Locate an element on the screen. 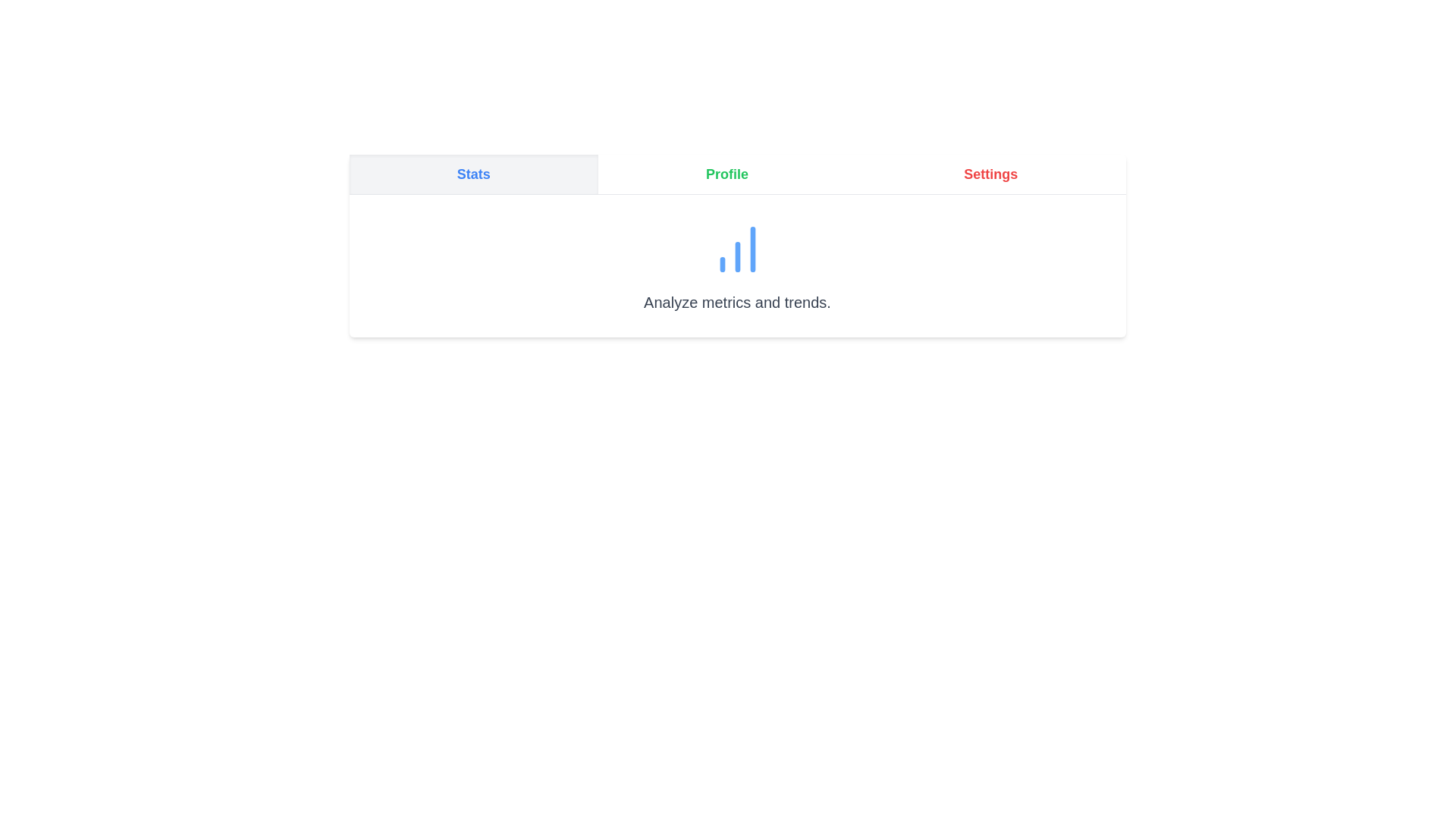  the graphical icon in the informational group that serves as a header for summarizing data metrics and trends is located at coordinates (737, 265).